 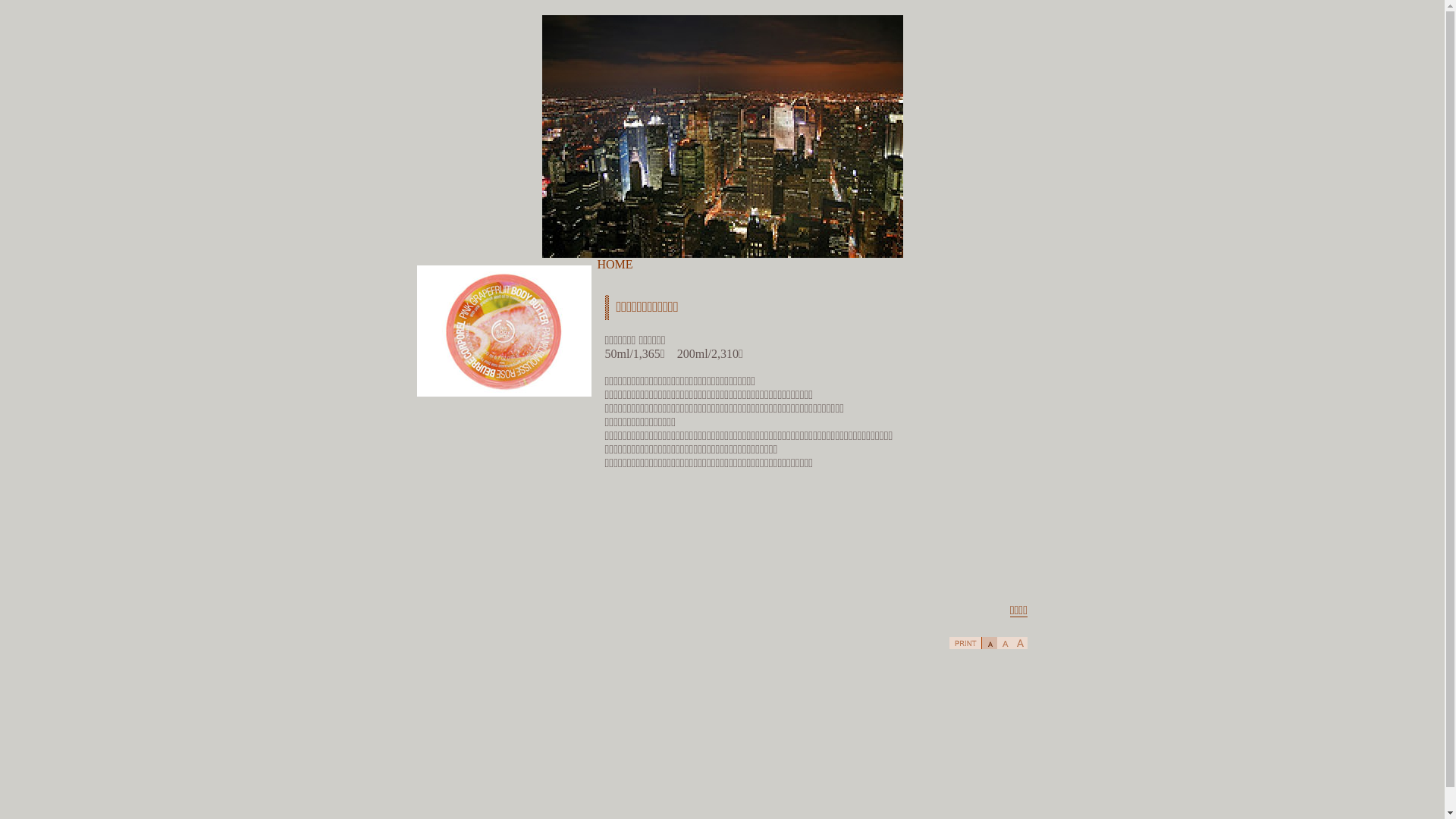 What do you see at coordinates (615, 263) in the screenshot?
I see `'HOME'` at bounding box center [615, 263].